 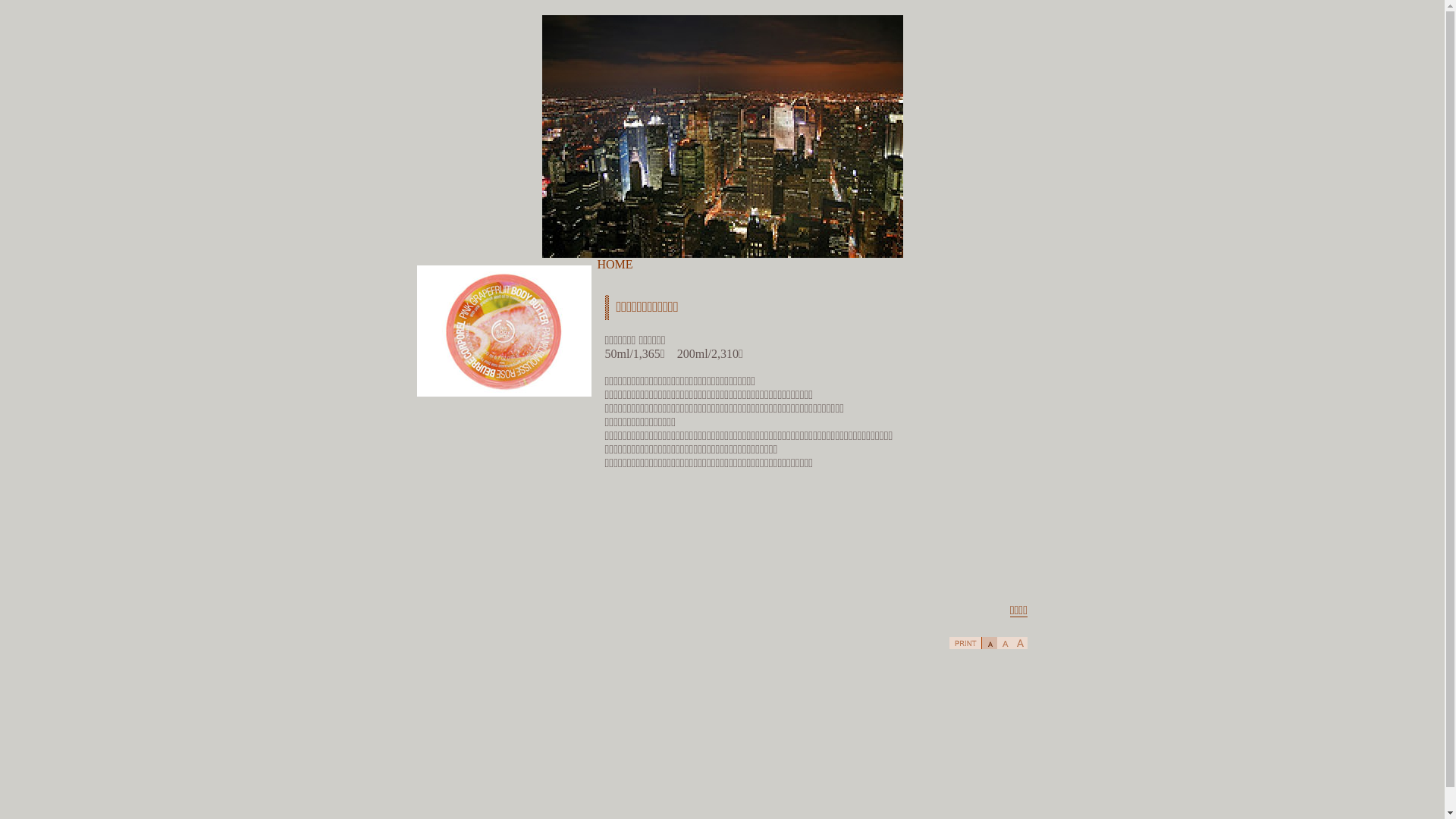 What do you see at coordinates (615, 263) in the screenshot?
I see `'HOME'` at bounding box center [615, 263].